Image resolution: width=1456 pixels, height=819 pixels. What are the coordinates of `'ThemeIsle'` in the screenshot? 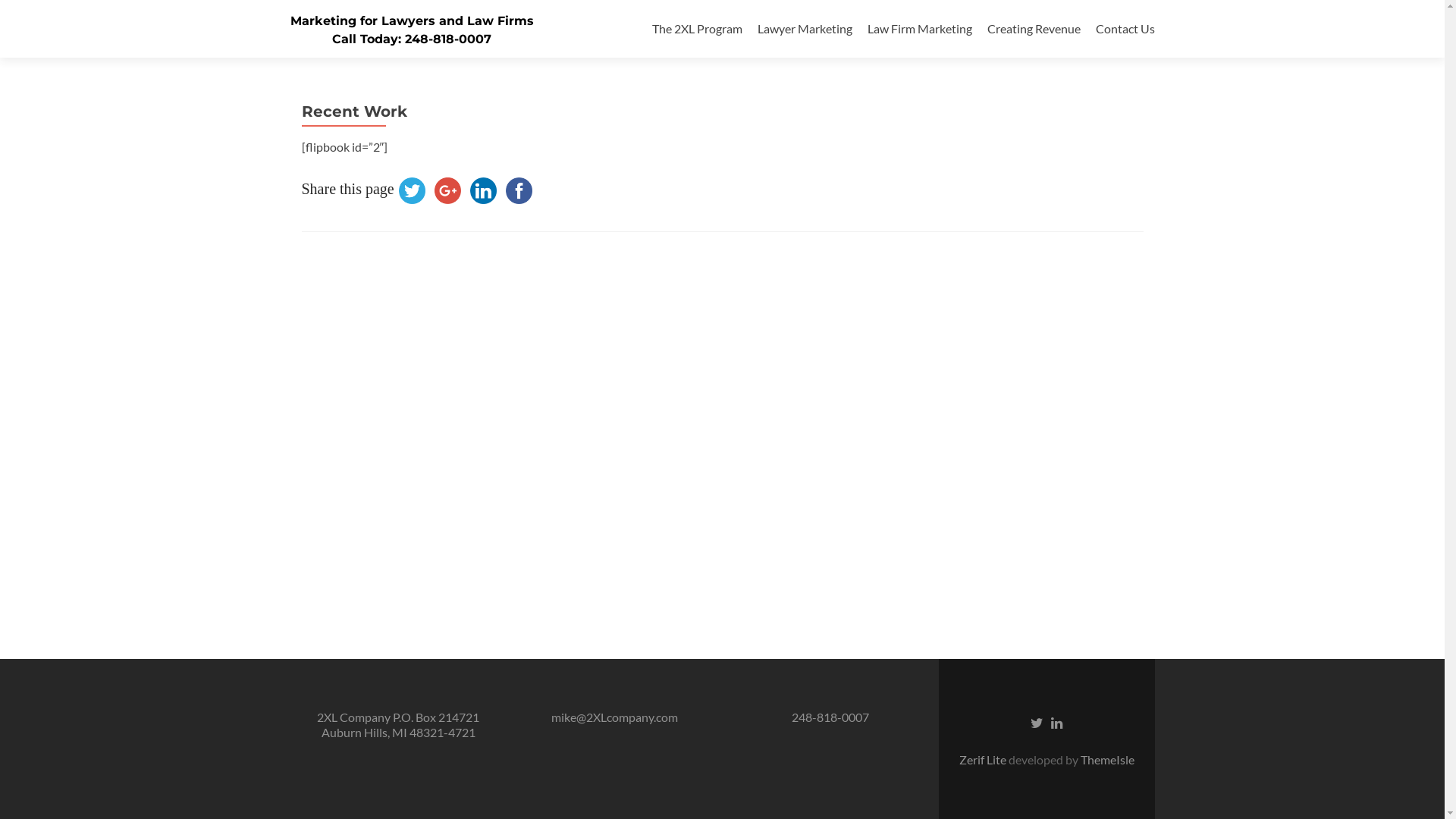 It's located at (1106, 759).